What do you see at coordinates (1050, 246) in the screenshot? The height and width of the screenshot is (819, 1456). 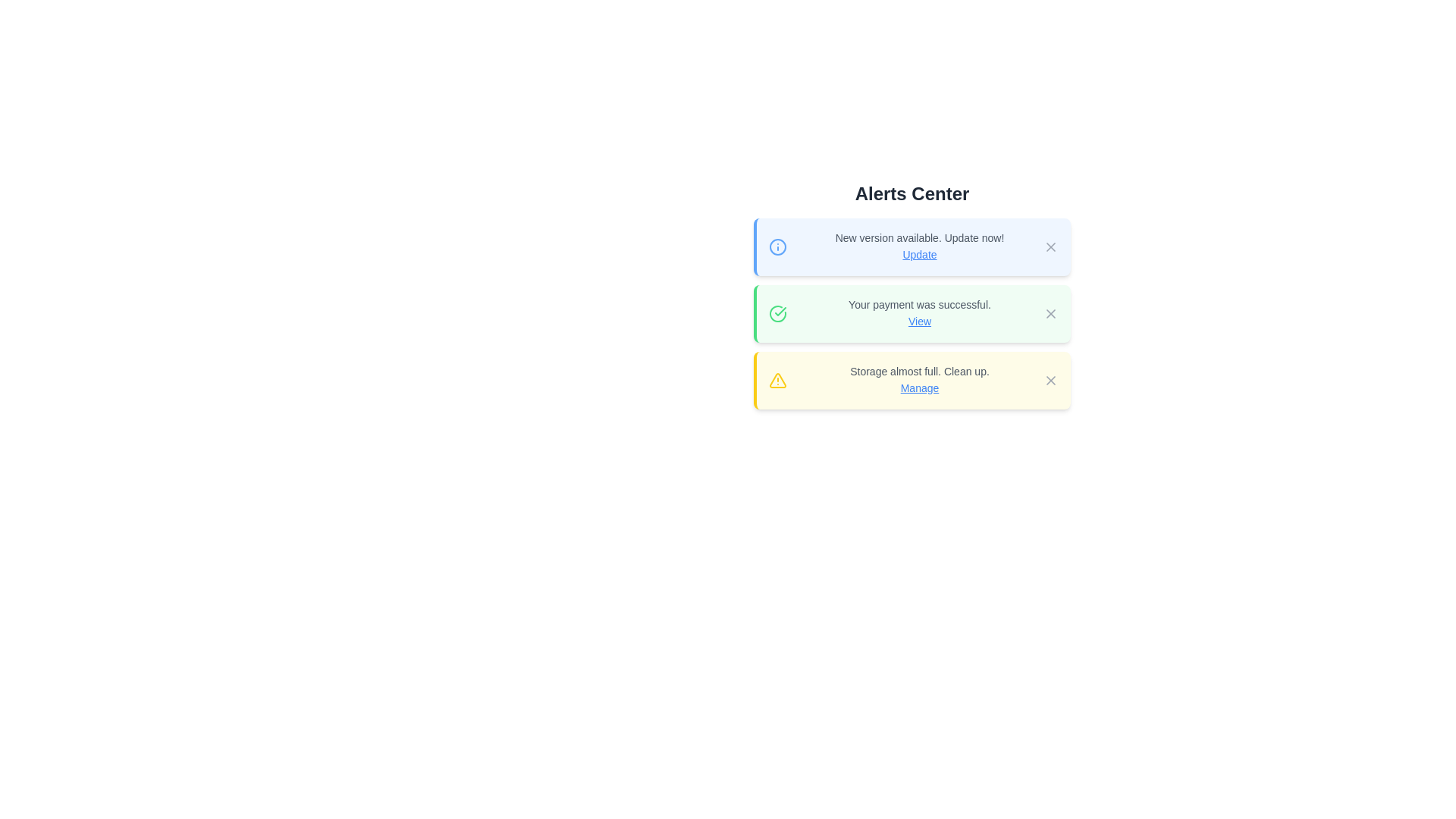 I see `the 'X' icon in the Alerts Center section, which is located at the top-right corner of the notification bar` at bounding box center [1050, 246].